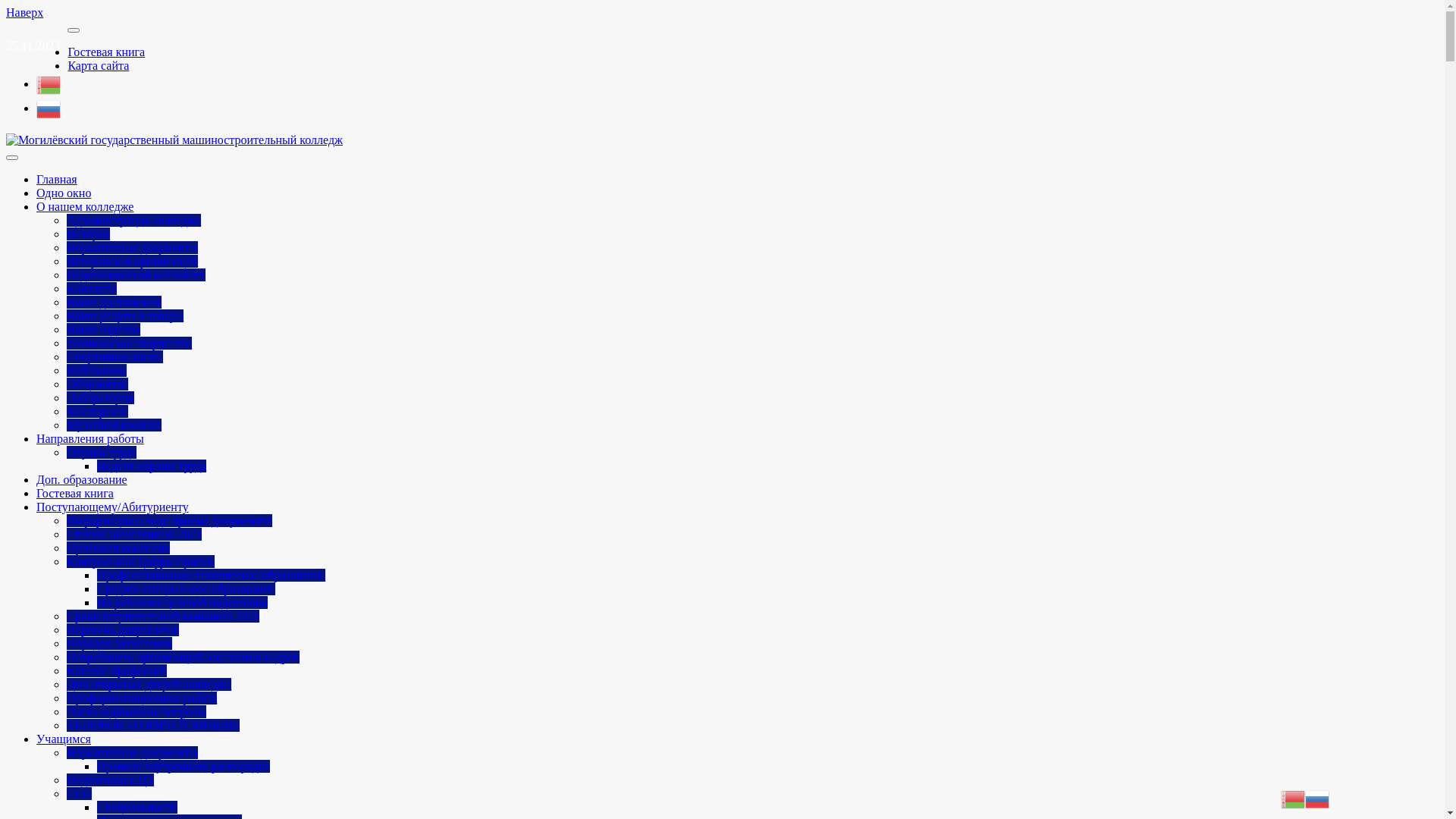 This screenshot has height=819, width=1456. I want to click on 'Toggle navigation', so click(6, 158).